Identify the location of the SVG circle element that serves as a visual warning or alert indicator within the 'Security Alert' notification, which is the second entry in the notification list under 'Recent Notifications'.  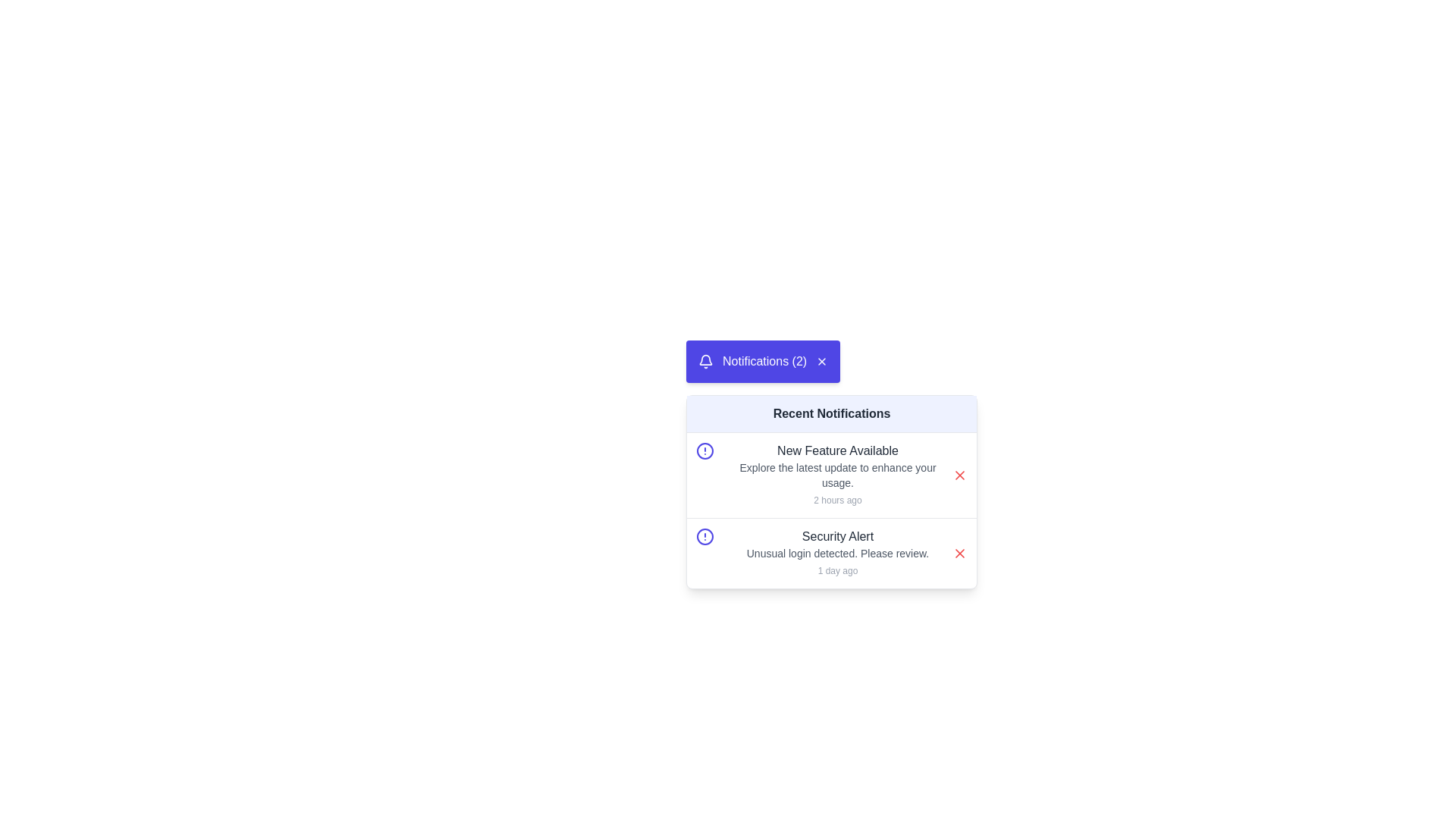
(704, 536).